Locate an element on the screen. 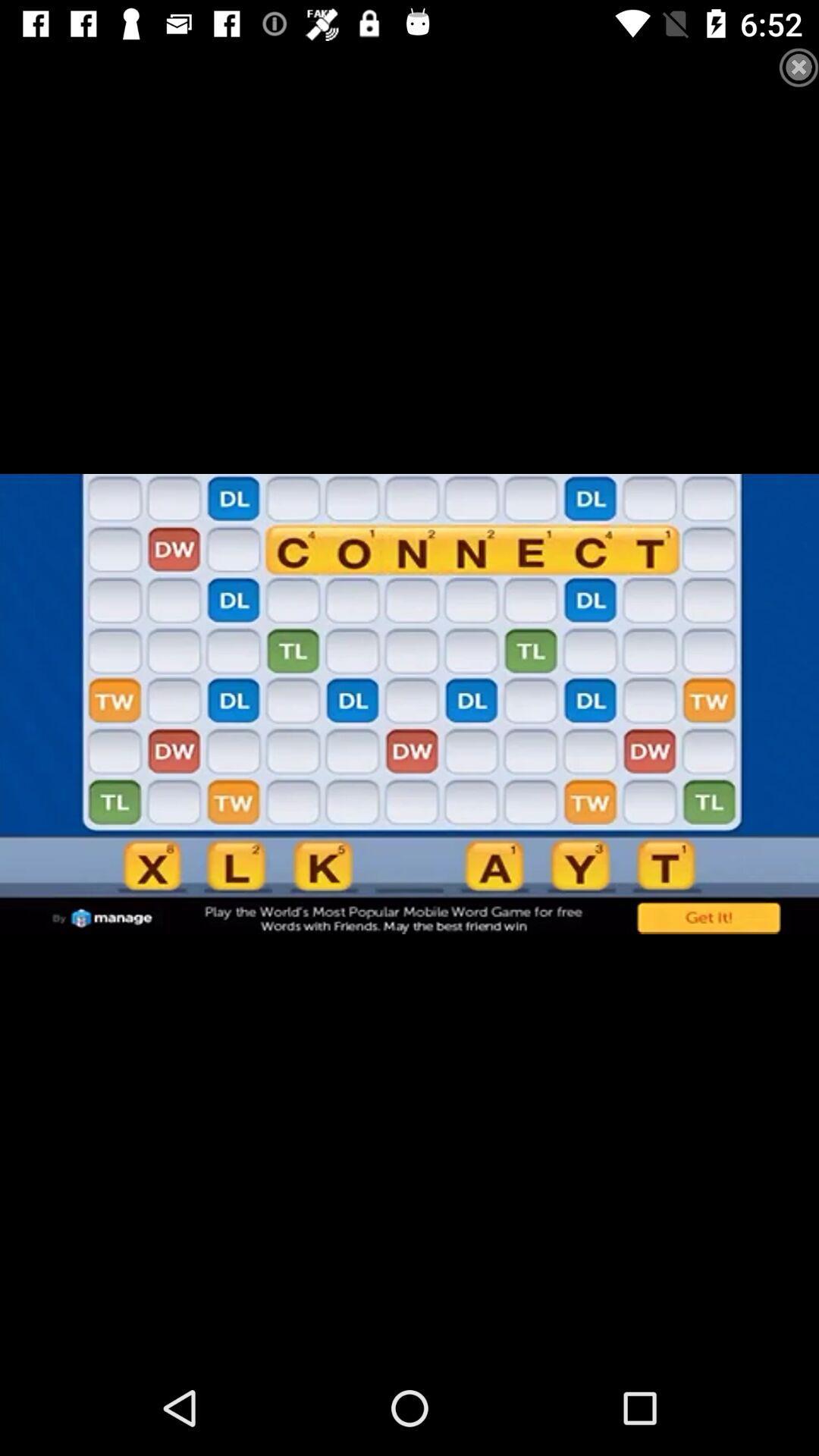  the close icon is located at coordinates (784, 81).